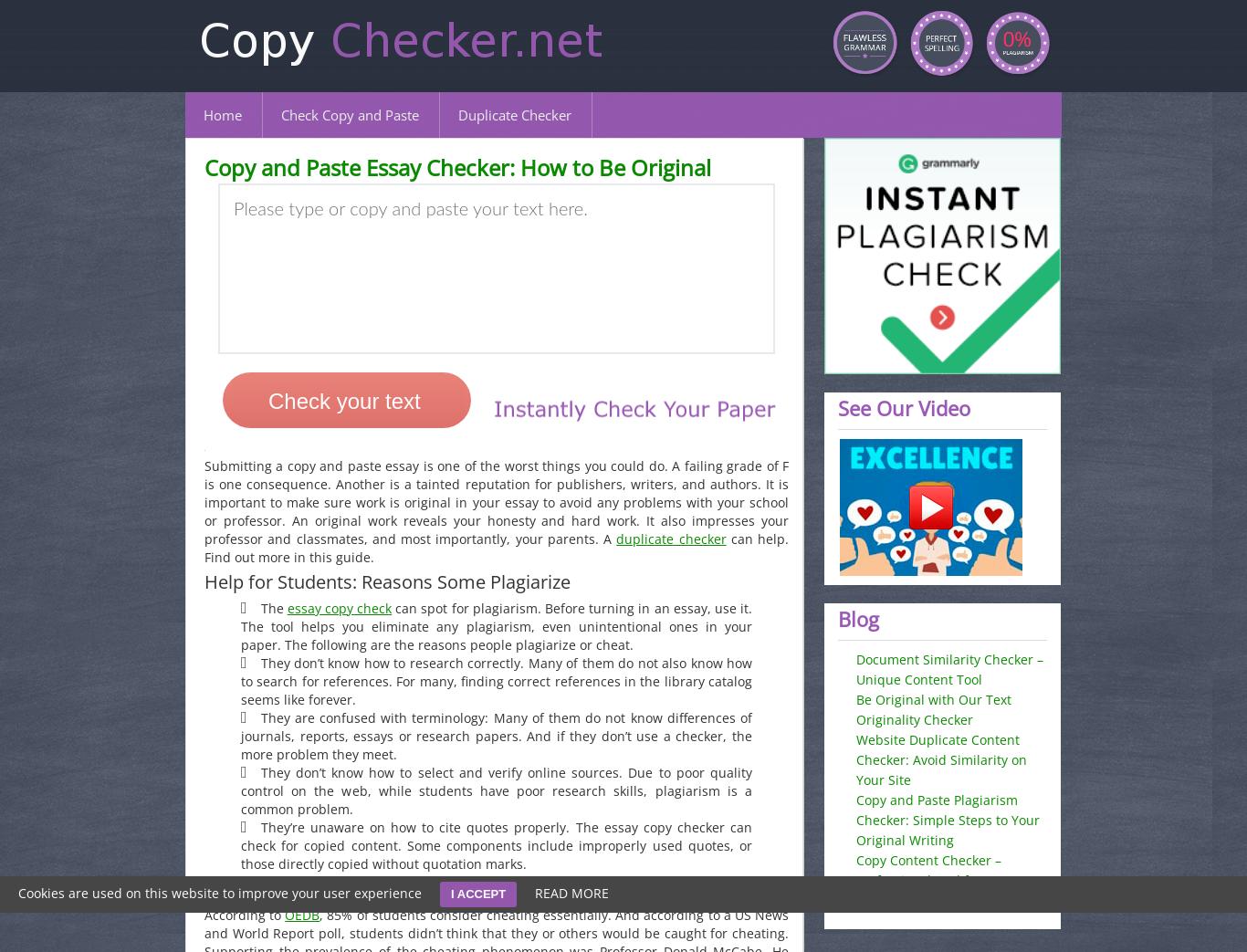 This screenshot has width=1247, height=952. I want to click on 'Be Original with Our Text Originality Checker', so click(933, 708).